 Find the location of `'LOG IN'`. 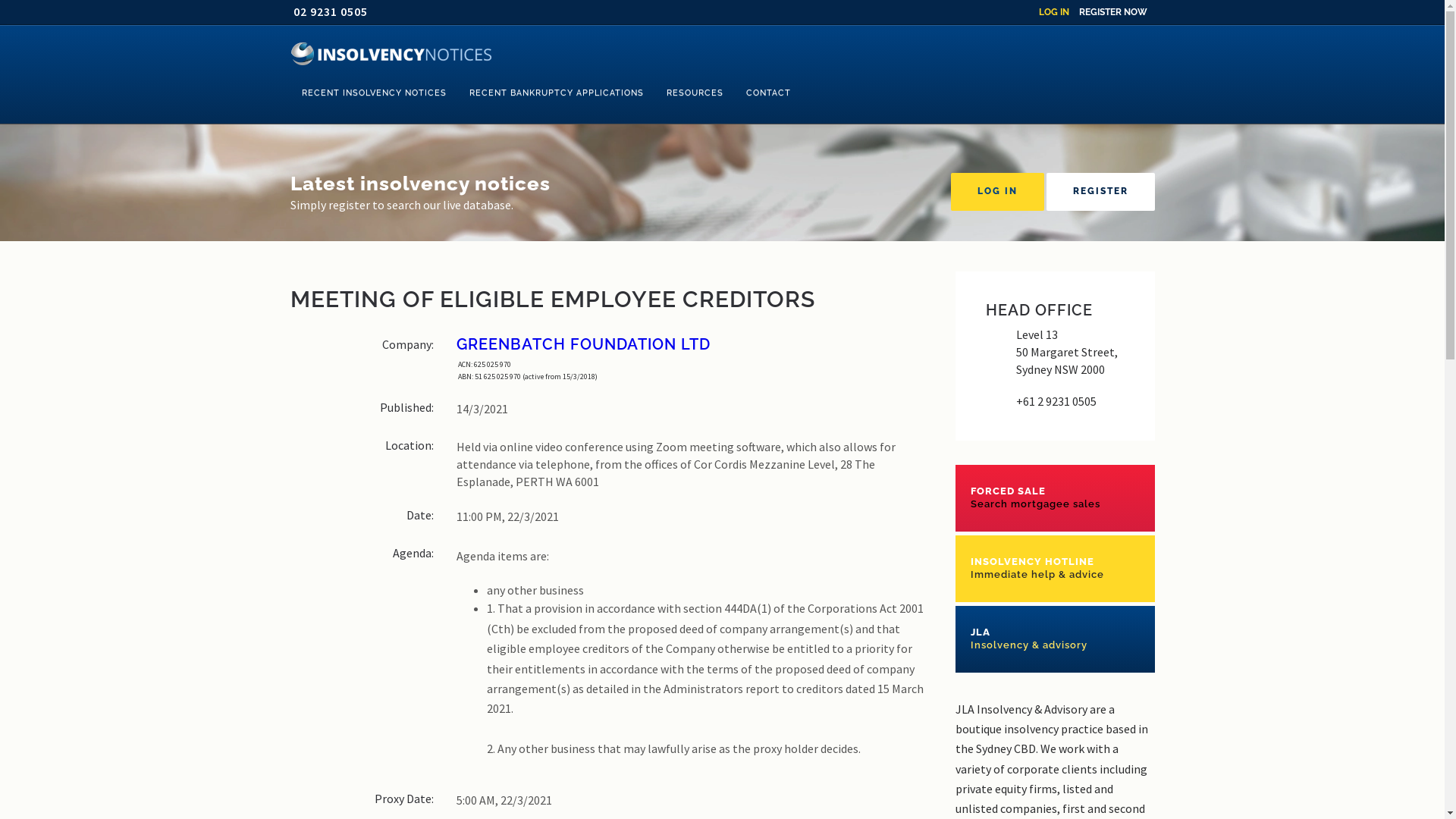

'LOG IN' is located at coordinates (997, 191).